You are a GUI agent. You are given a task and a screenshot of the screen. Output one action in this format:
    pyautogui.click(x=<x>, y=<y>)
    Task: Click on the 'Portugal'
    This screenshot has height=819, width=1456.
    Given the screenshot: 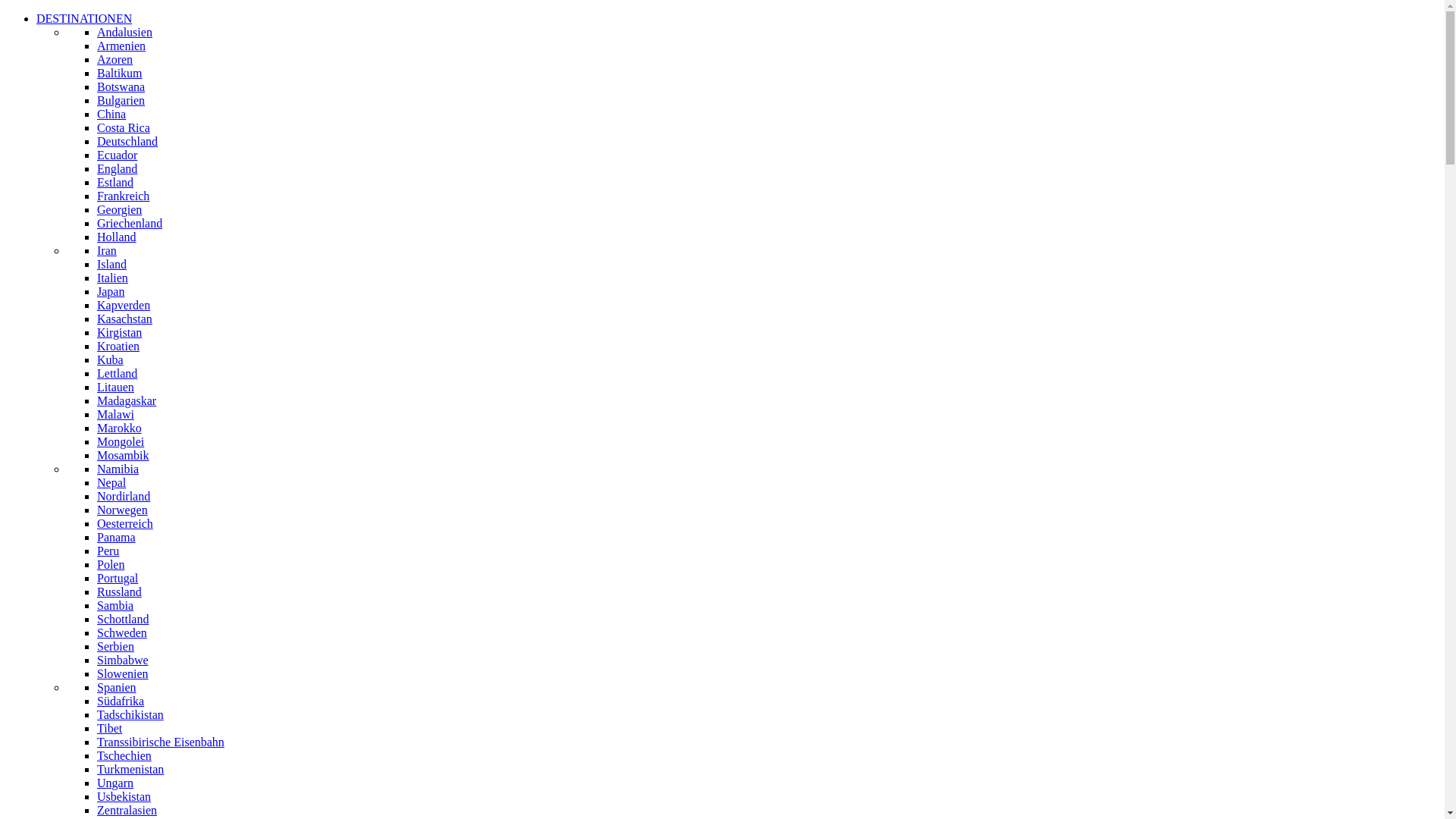 What is the action you would take?
    pyautogui.click(x=116, y=578)
    